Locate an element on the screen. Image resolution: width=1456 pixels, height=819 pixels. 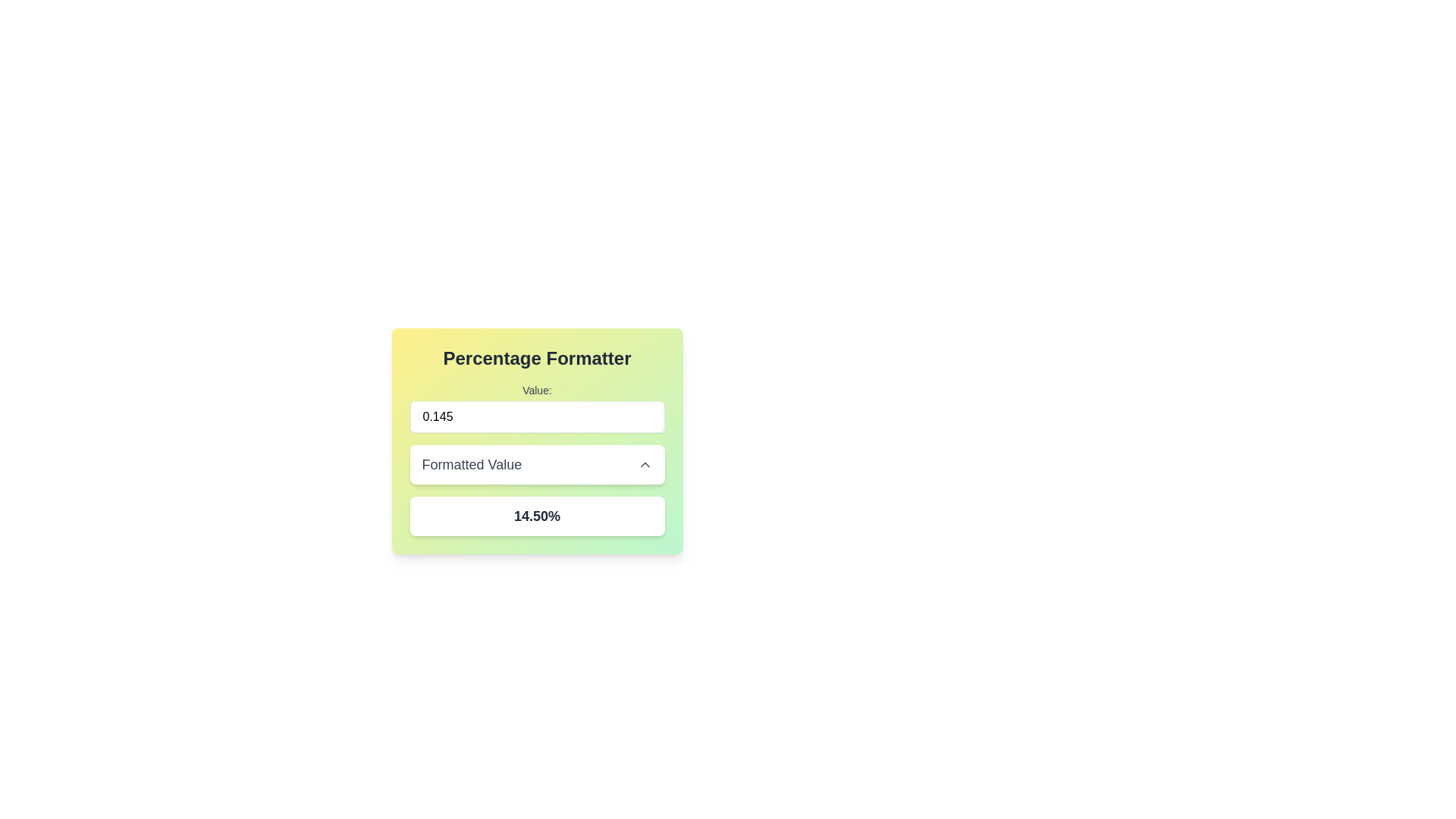
the Dropdown menu in the 'Percentage Formatter' card is located at coordinates (537, 458).